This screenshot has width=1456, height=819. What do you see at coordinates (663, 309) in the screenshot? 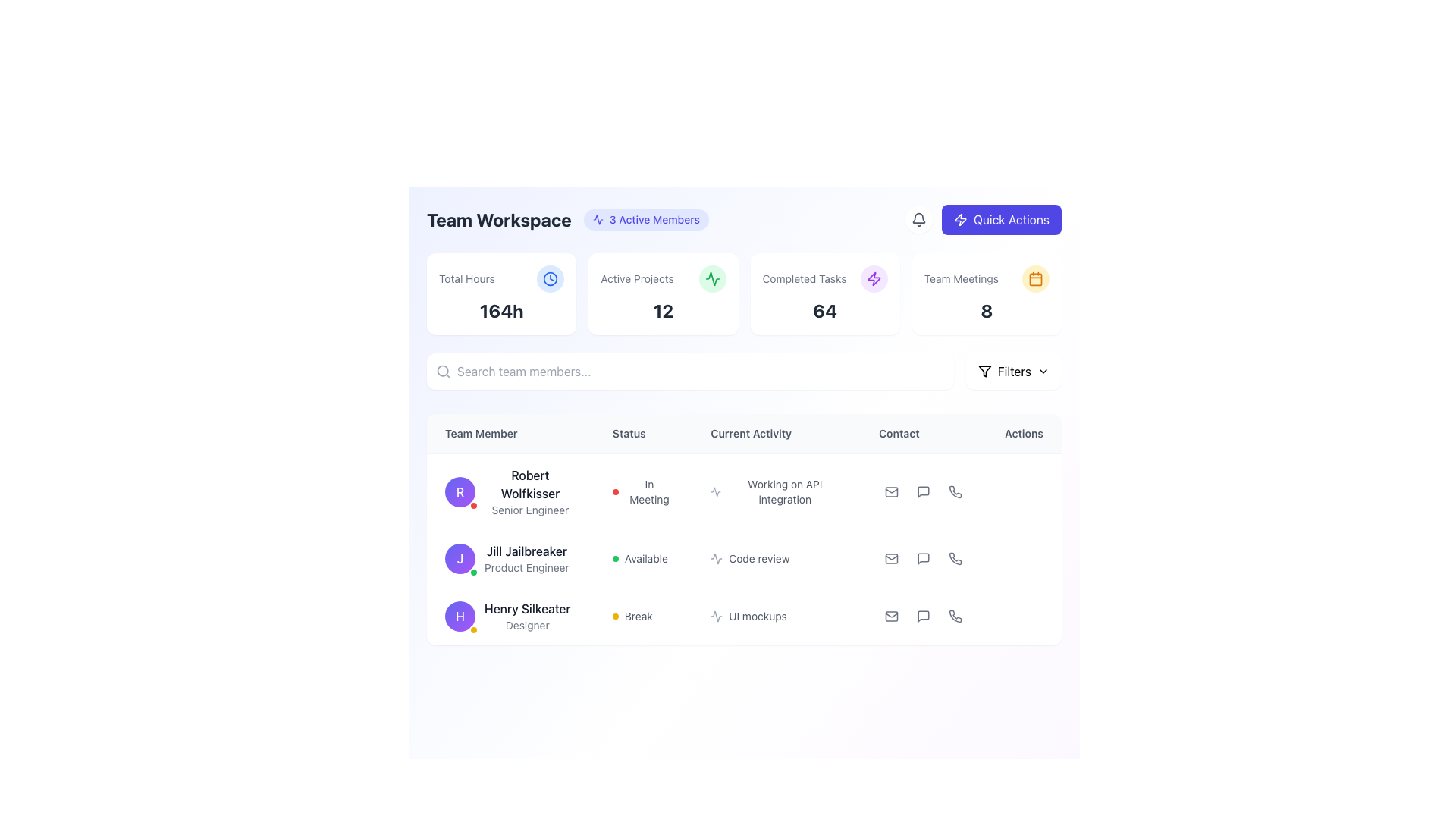
I see `the Text Display element showing the number '12' in bold black text, which is part of the card for 'Active Projects' metrics` at bounding box center [663, 309].